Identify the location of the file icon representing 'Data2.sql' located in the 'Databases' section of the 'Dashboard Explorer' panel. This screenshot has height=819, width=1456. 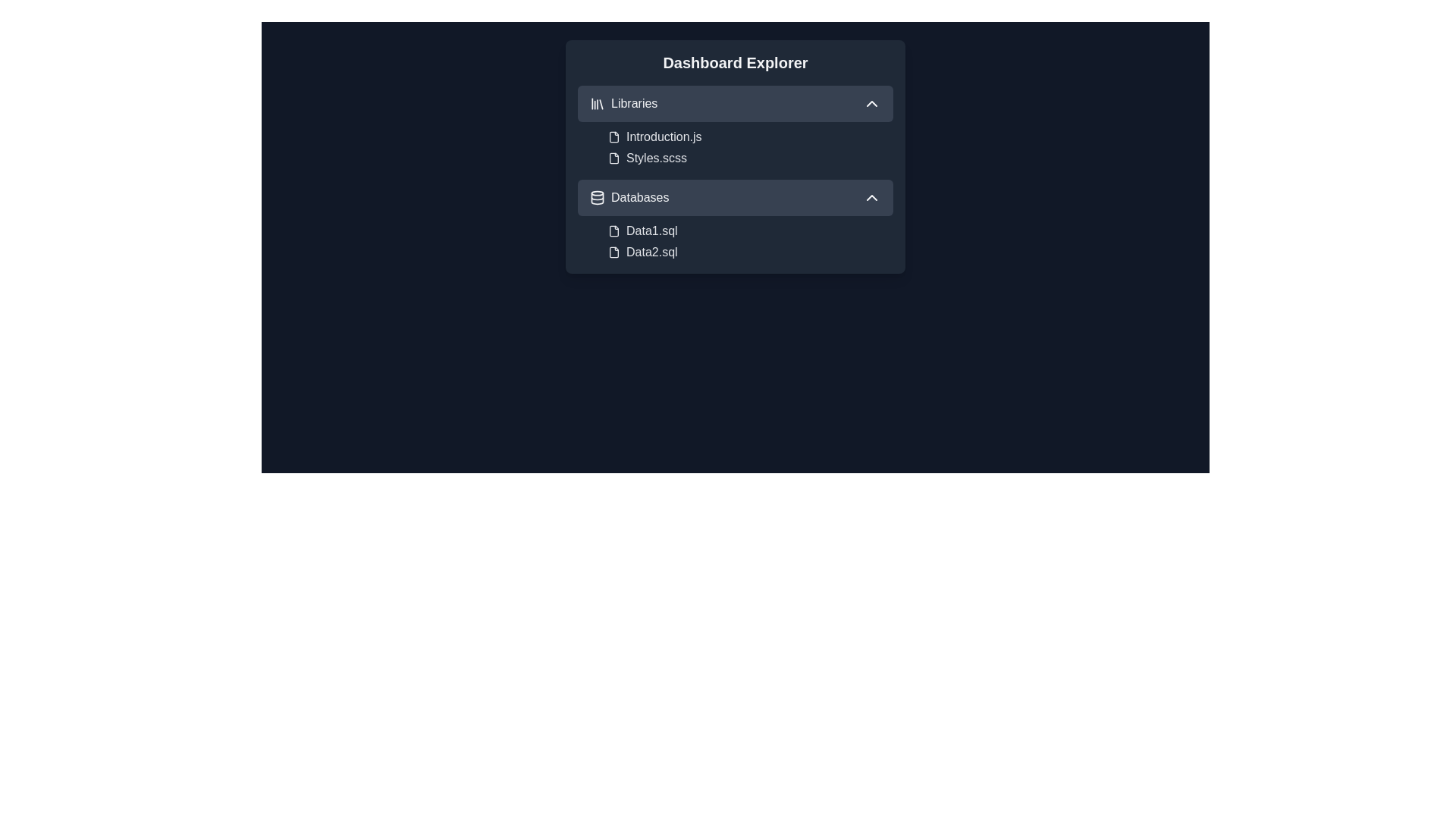
(614, 251).